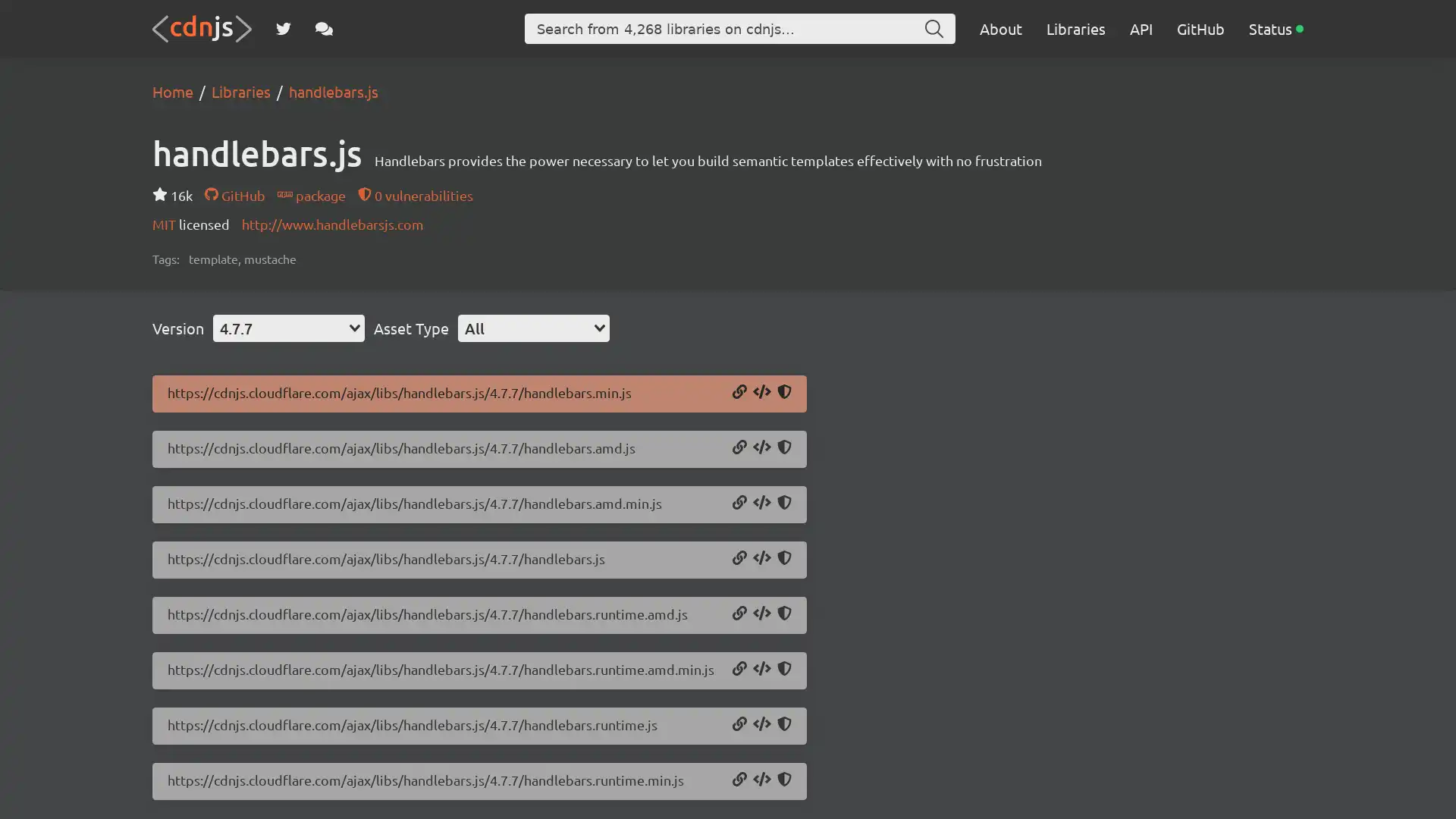  Describe the element at coordinates (784, 669) in the screenshot. I see `Copy SRI Hash` at that location.